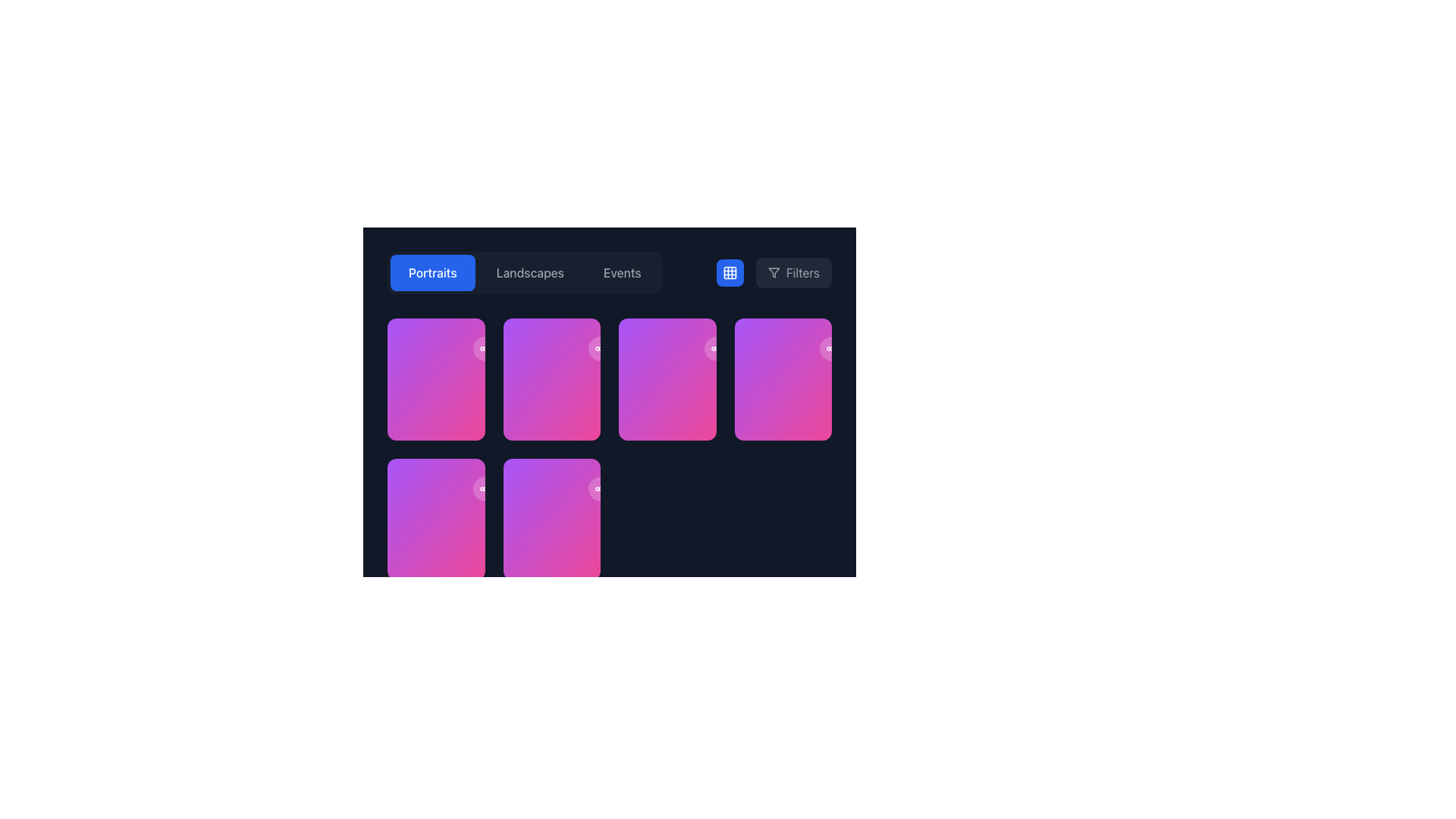 This screenshot has width=1456, height=819. I want to click on the VisualGridCard, which is the last tile in the second row of a grid layout, so click(551, 518).